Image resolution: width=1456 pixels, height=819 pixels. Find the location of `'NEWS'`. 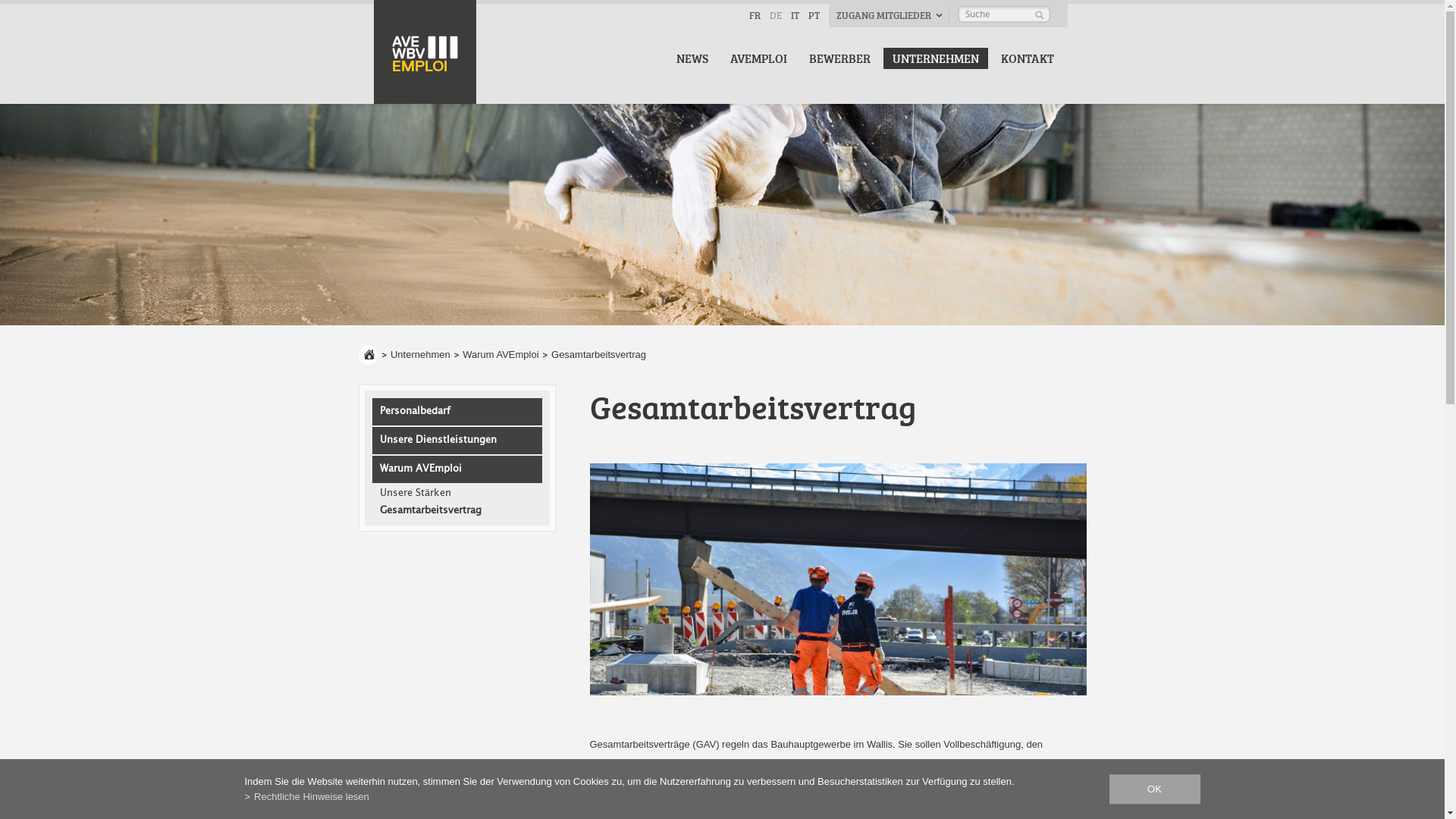

'NEWS' is located at coordinates (667, 58).